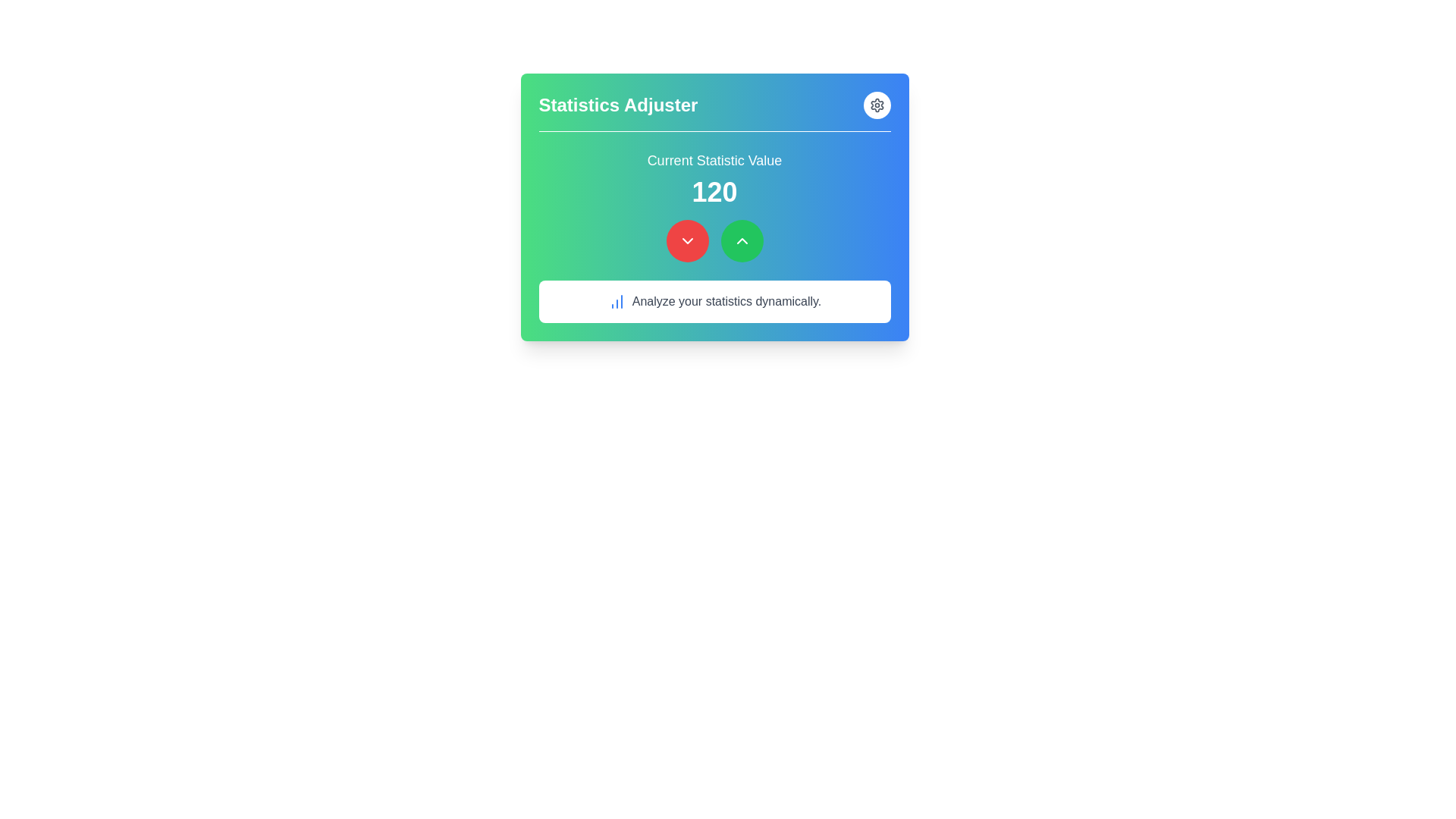 This screenshot has height=819, width=1456. What do you see at coordinates (742, 240) in the screenshot?
I see `the upward chevron icon within the green circular button to increment the value` at bounding box center [742, 240].